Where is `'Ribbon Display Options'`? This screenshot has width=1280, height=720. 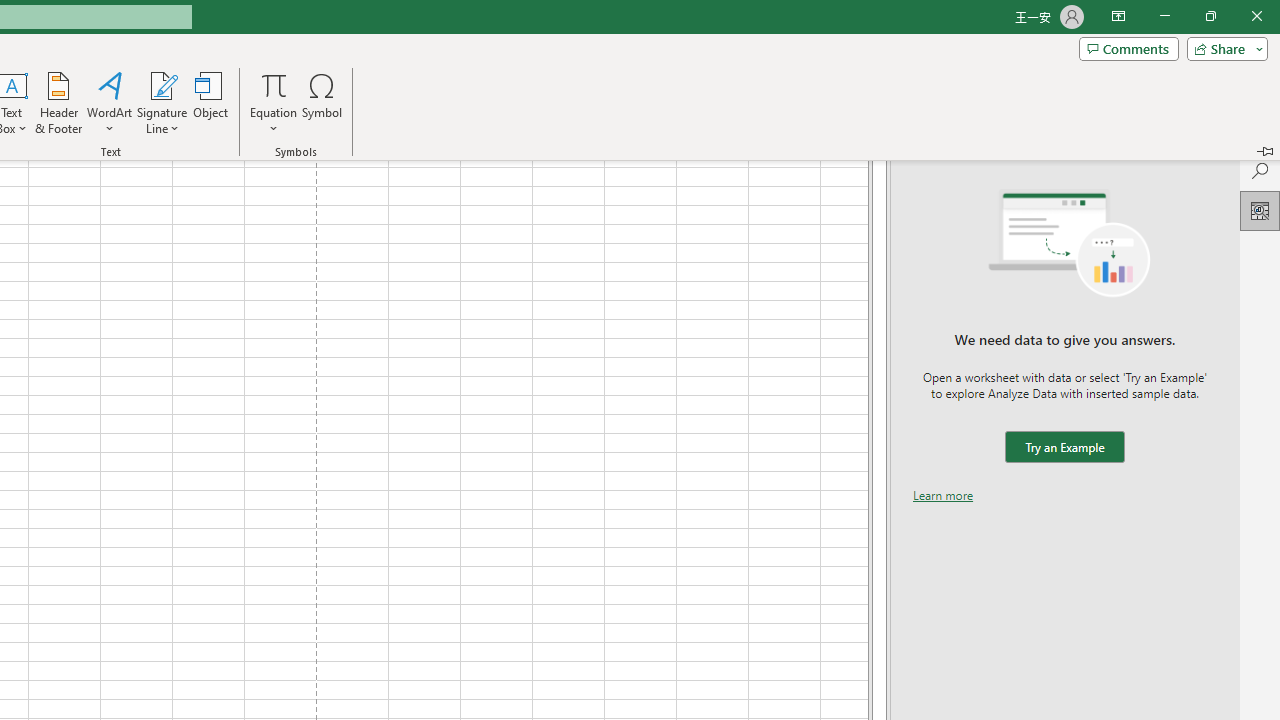 'Ribbon Display Options' is located at coordinates (1117, 16).